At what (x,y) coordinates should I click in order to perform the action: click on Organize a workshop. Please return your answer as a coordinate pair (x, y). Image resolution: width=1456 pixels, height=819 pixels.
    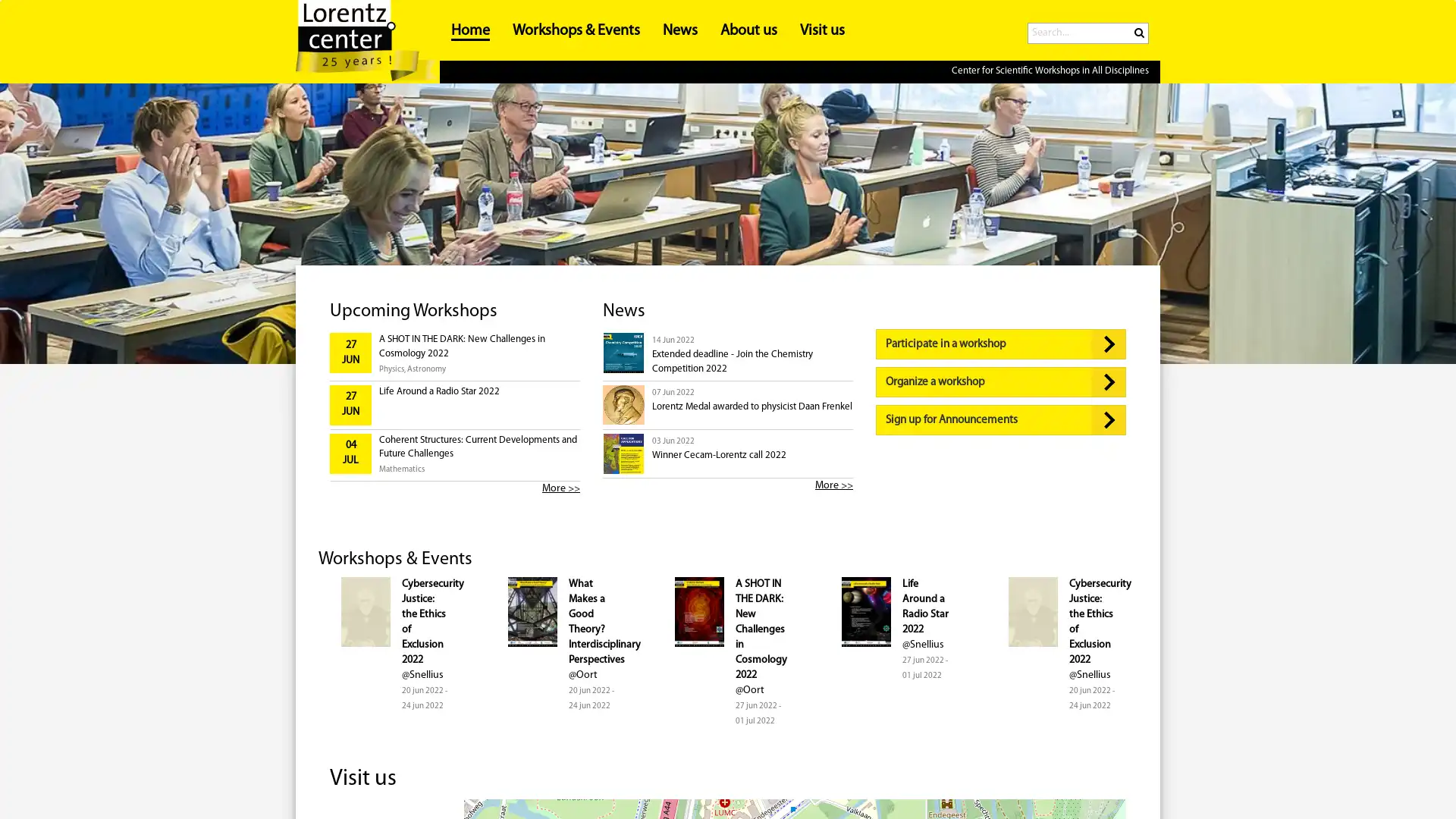
    Looking at the image, I should click on (1001, 381).